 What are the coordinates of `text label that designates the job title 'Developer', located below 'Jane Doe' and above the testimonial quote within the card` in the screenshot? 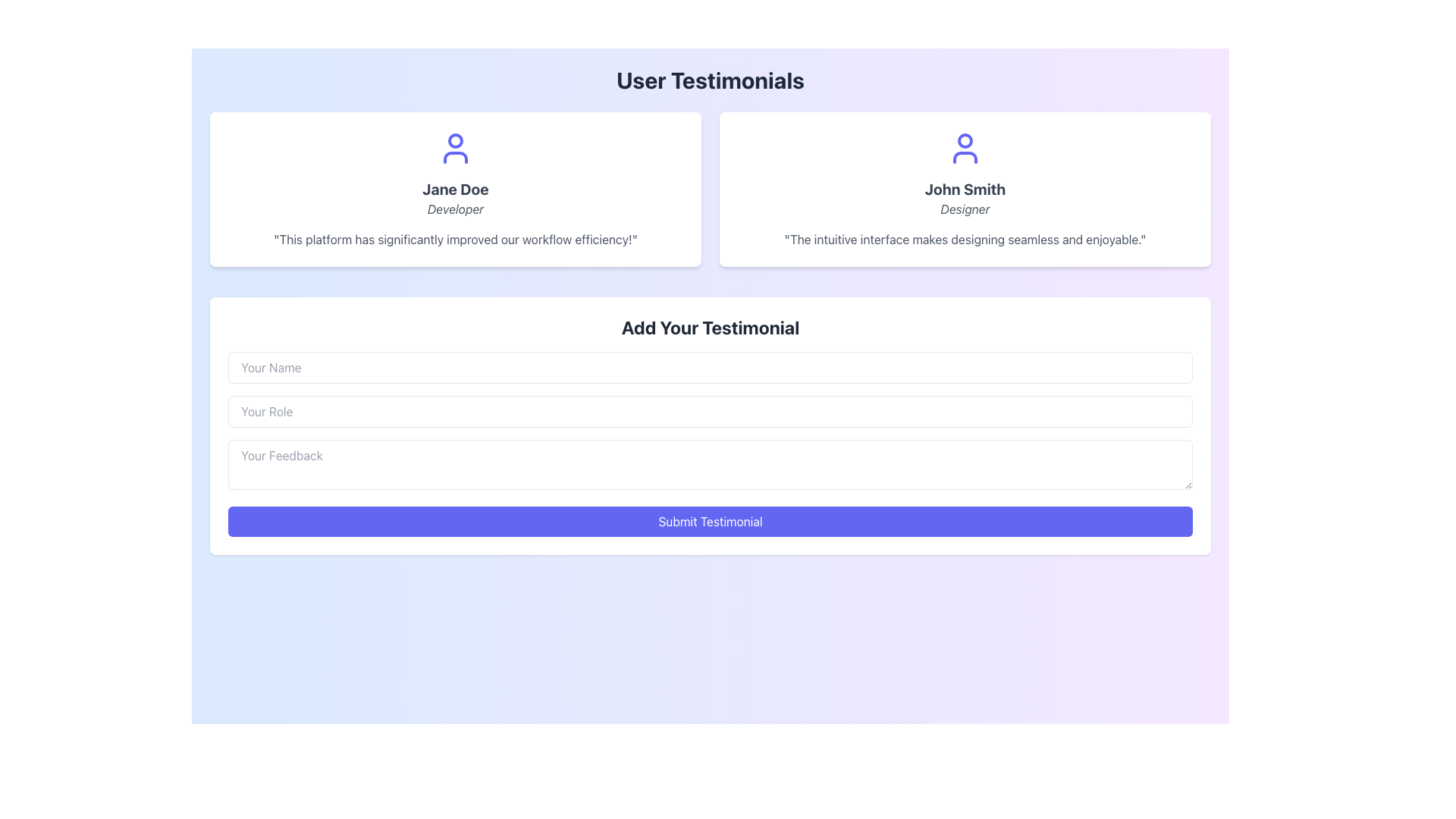 It's located at (454, 209).